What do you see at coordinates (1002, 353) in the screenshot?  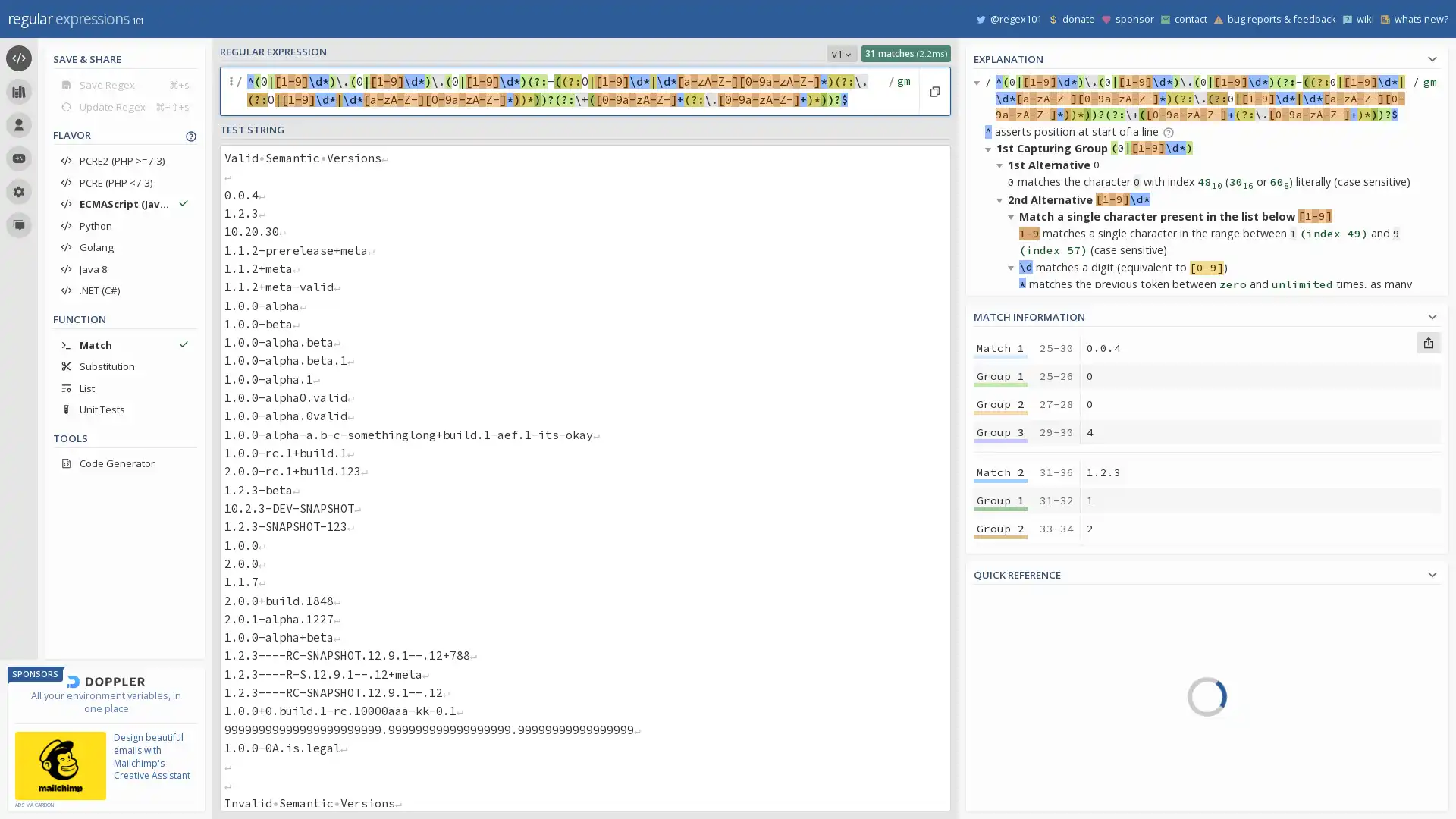 I see `Collapse Subtree` at bounding box center [1002, 353].